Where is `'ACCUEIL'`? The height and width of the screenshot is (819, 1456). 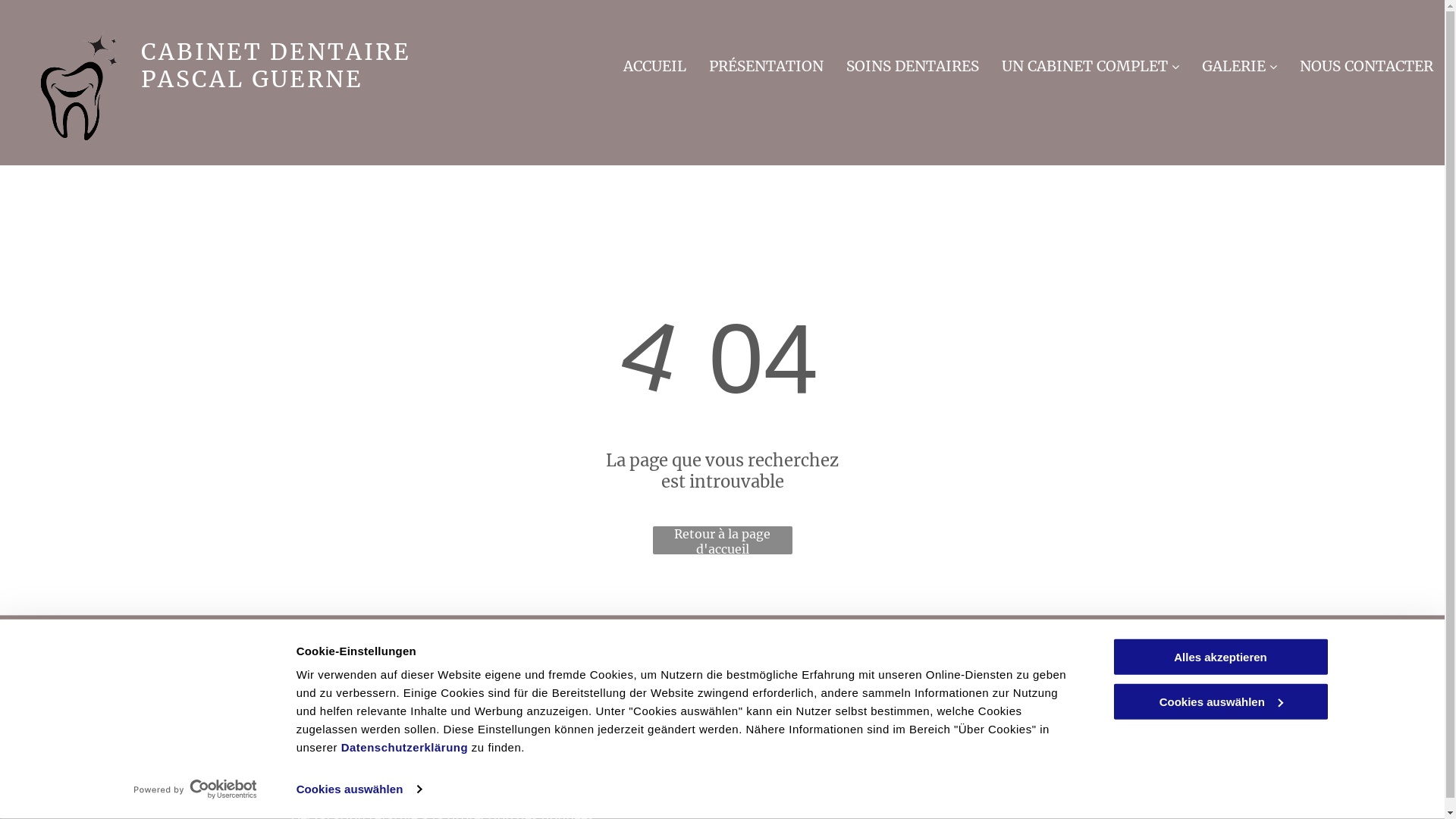
'ACCUEIL' is located at coordinates (654, 63).